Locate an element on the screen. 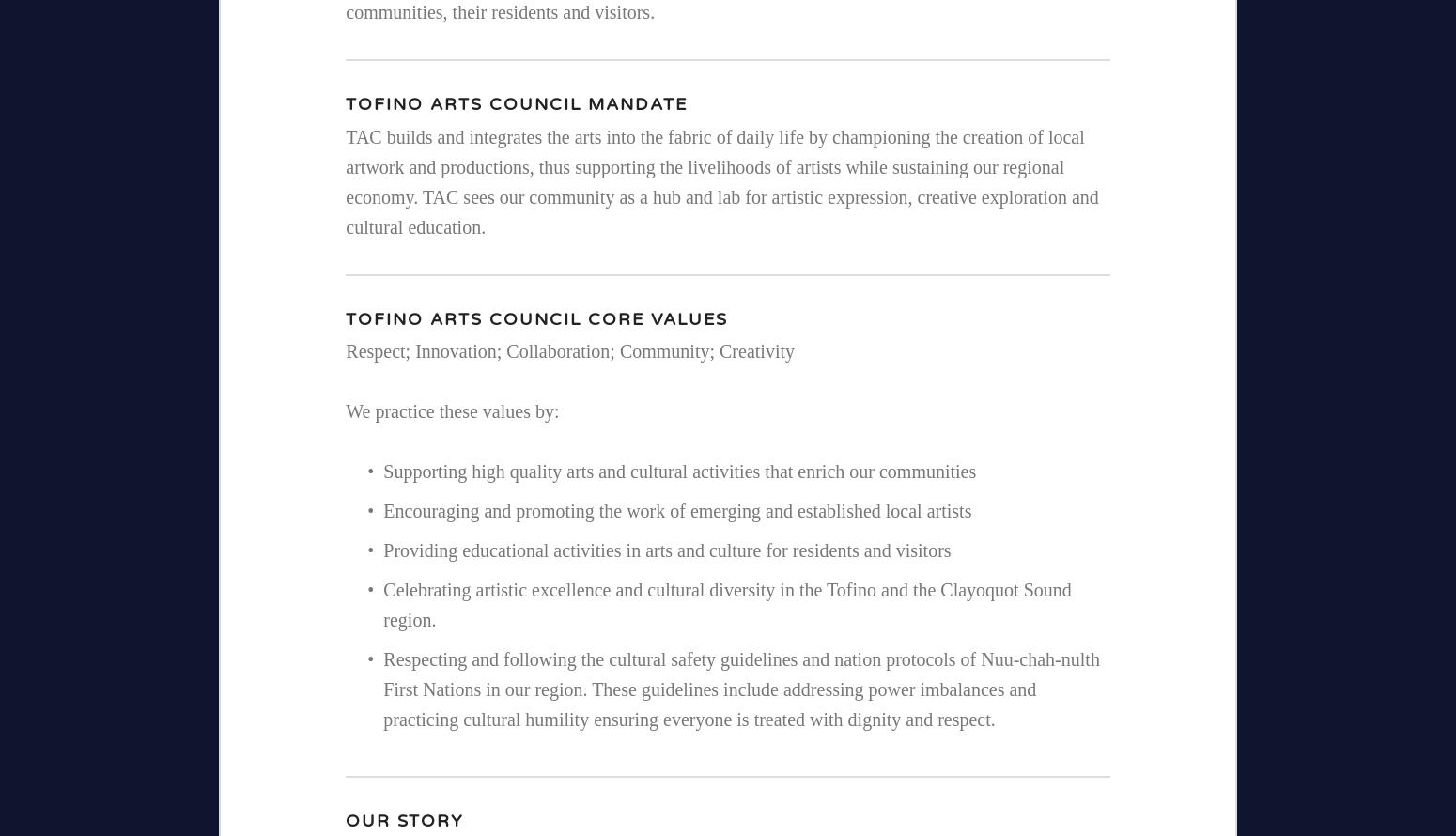 Image resolution: width=1456 pixels, height=836 pixels. 'Tofino Arts Council CORE VALUES' is located at coordinates (344, 318).